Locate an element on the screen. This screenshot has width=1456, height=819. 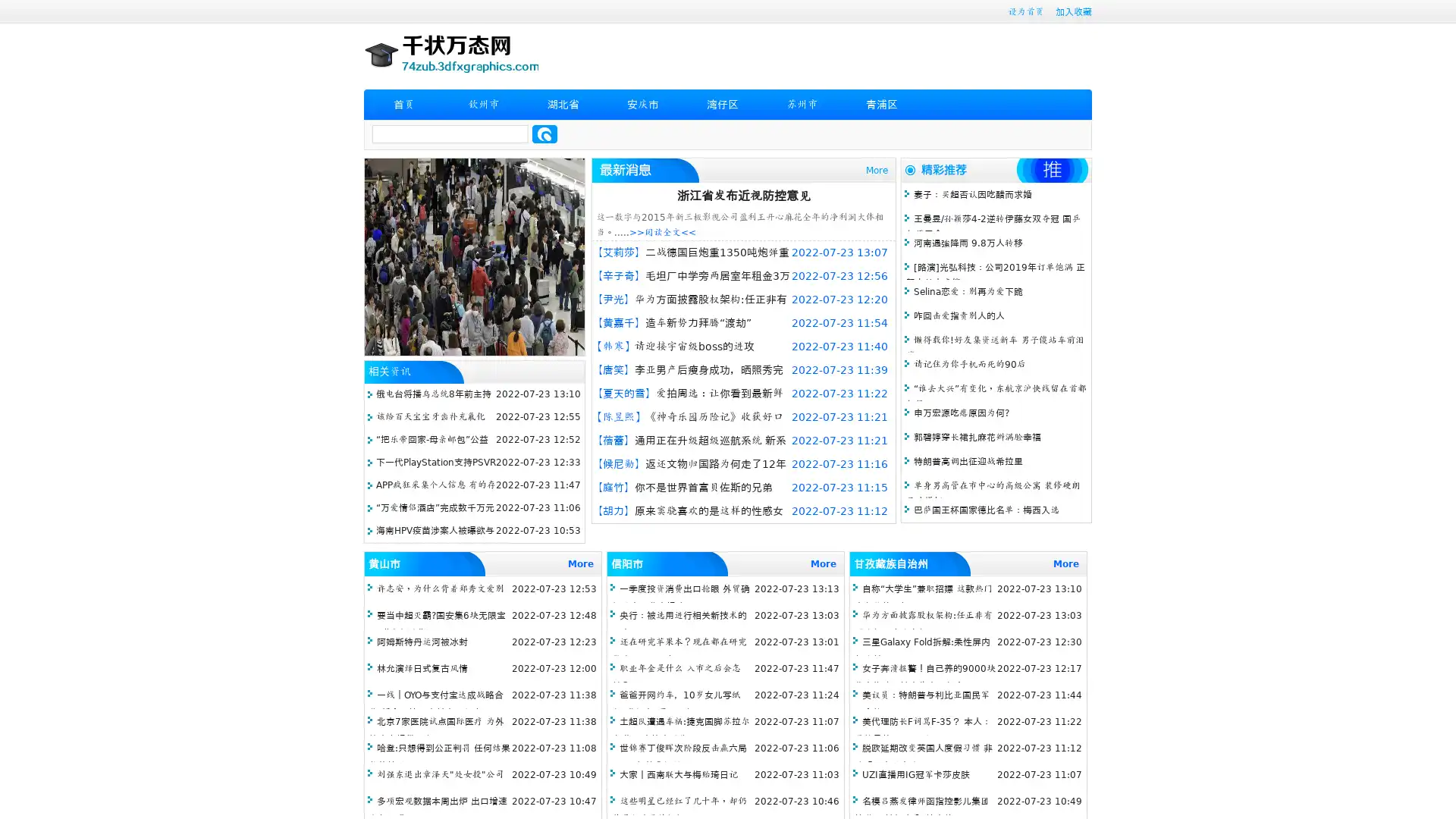
Search is located at coordinates (544, 133).